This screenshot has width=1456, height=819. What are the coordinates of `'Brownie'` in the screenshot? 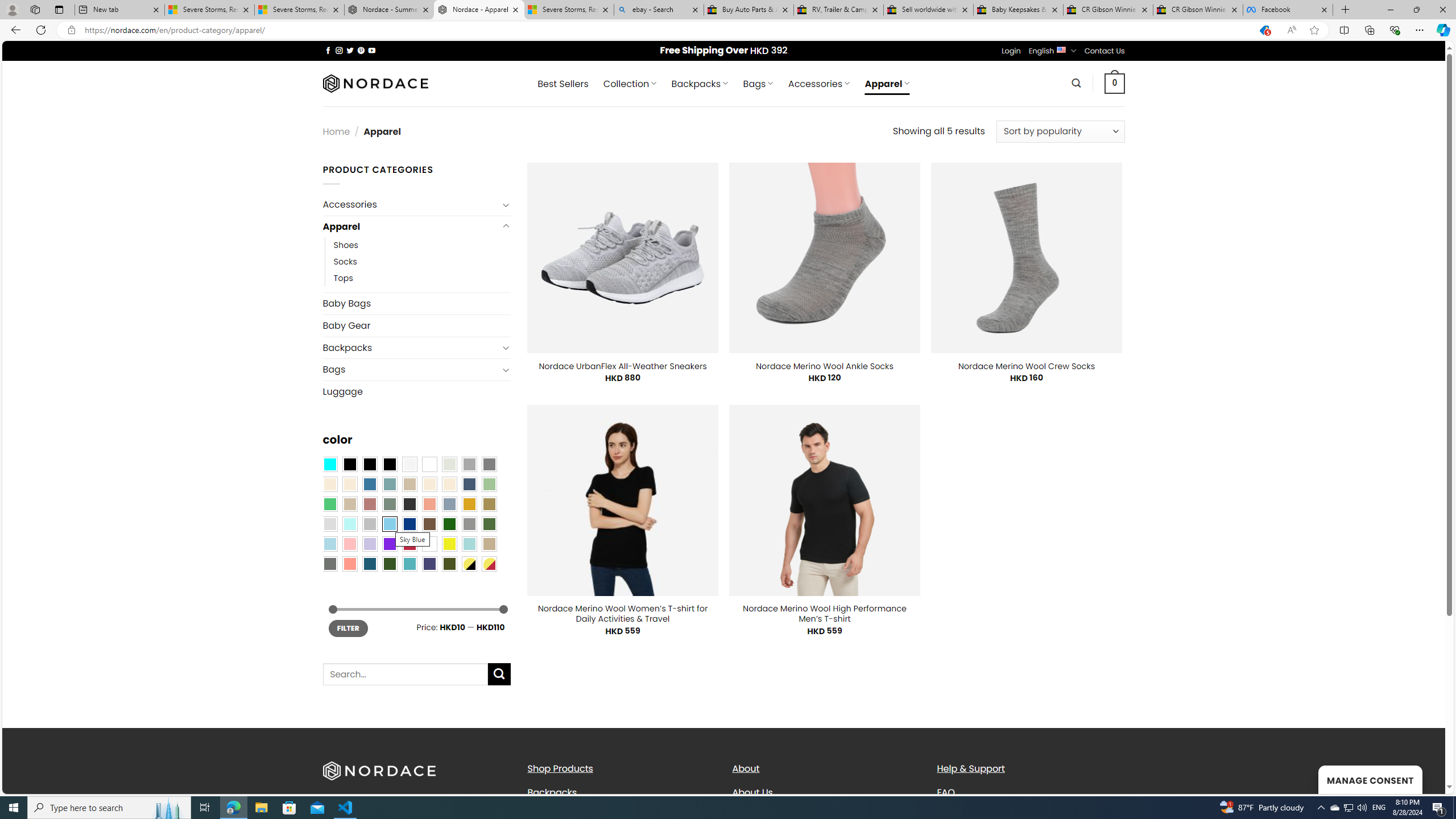 It's located at (408, 483).